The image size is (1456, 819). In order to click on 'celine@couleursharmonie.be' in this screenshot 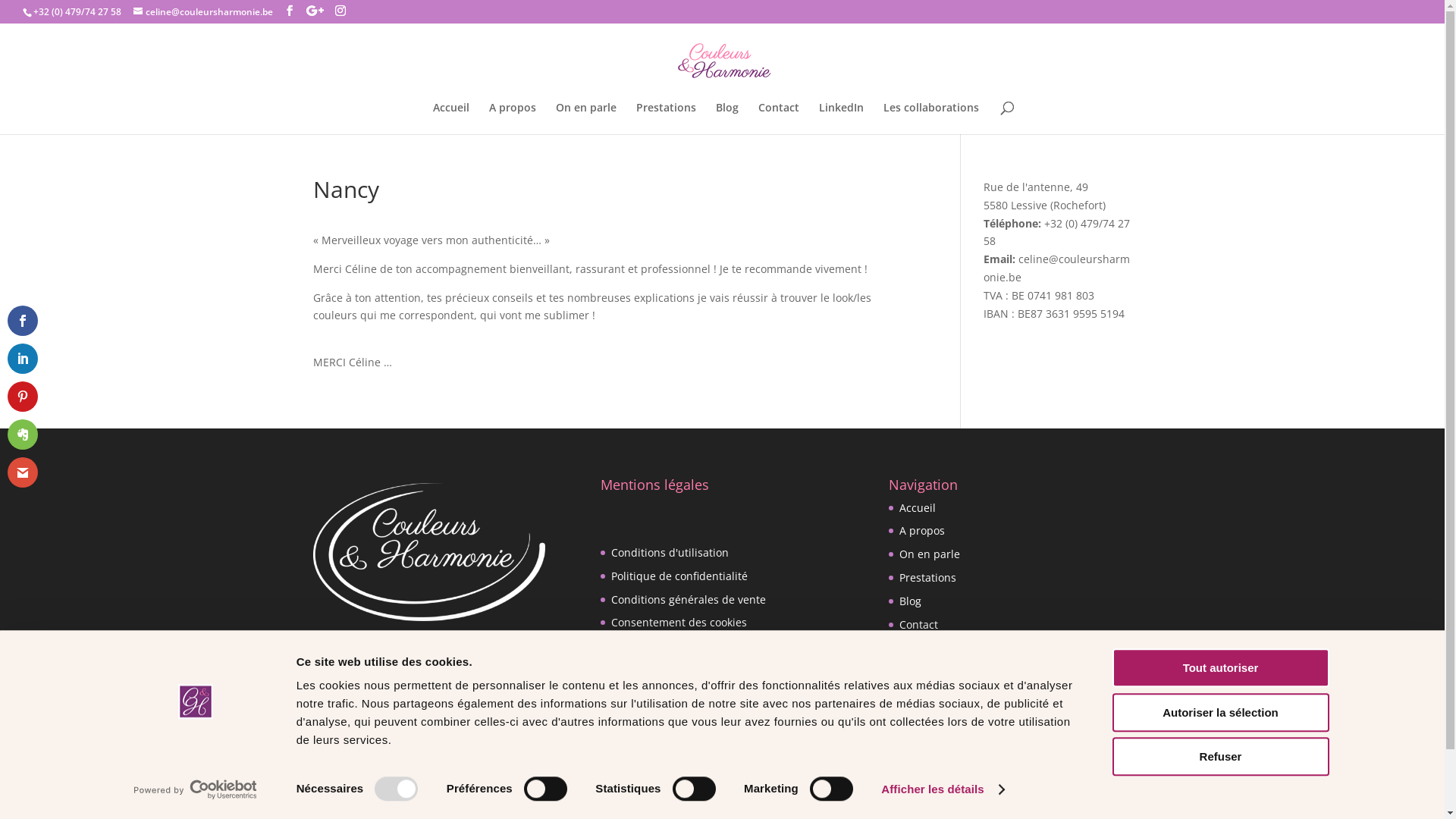, I will do `click(202, 11)`.